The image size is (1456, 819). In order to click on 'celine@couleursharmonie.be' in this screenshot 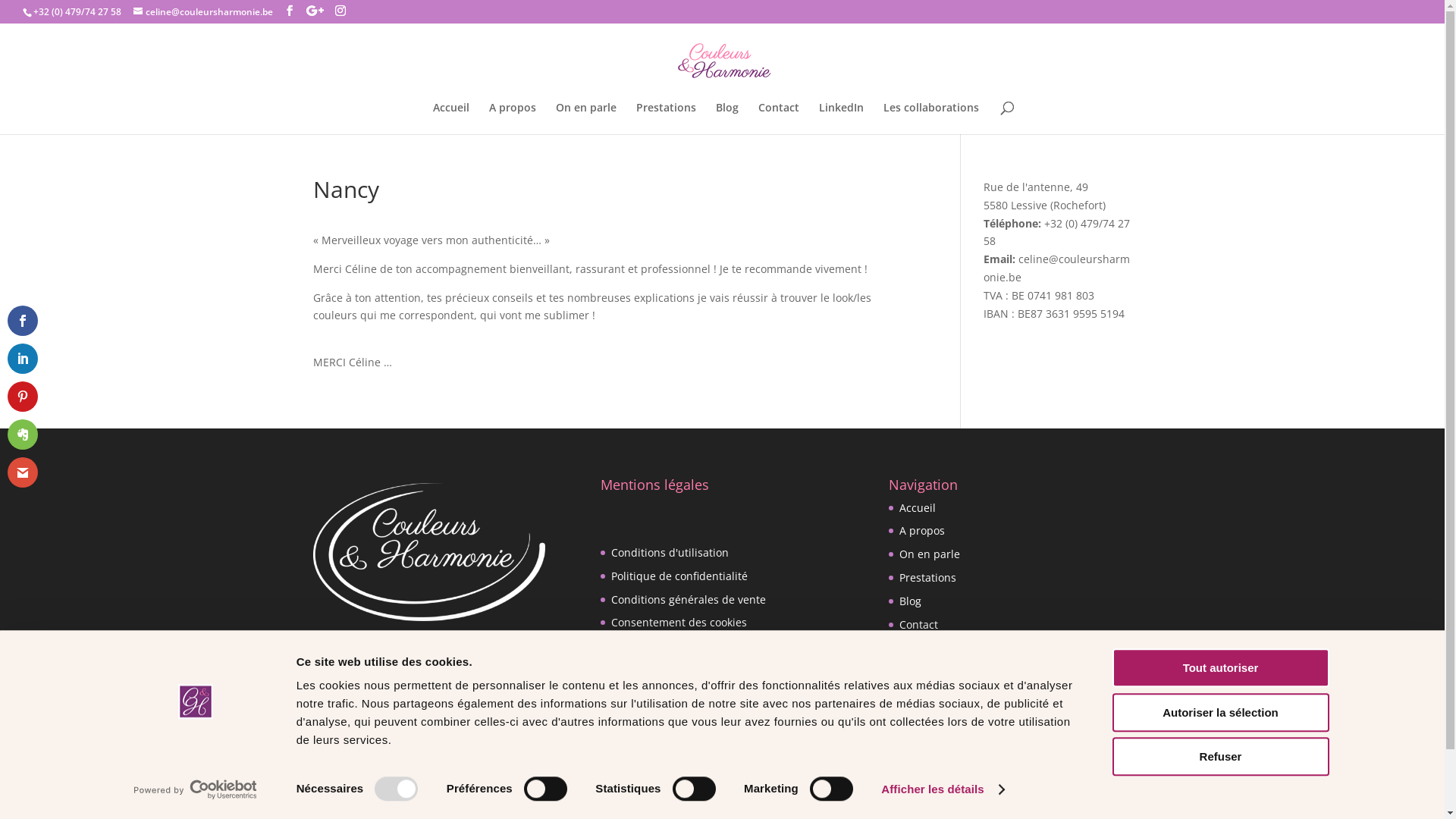, I will do `click(202, 11)`.